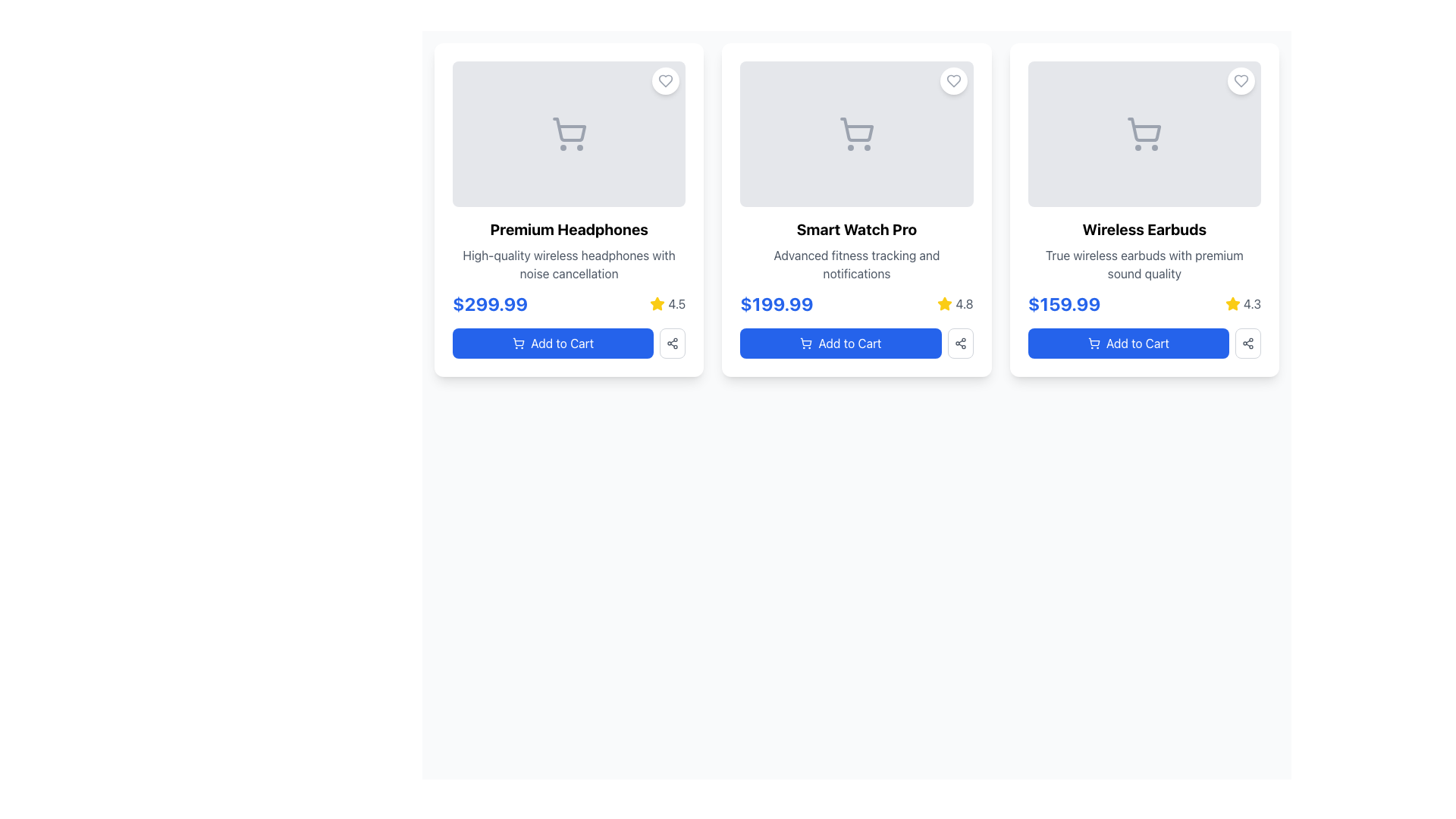 This screenshot has height=819, width=1456. Describe the element at coordinates (1252, 304) in the screenshot. I see `the gray-colored text displaying the rating value '4.3' located to the right of the yellow star icon within the product card for 'Wireless Earbuds'` at that location.